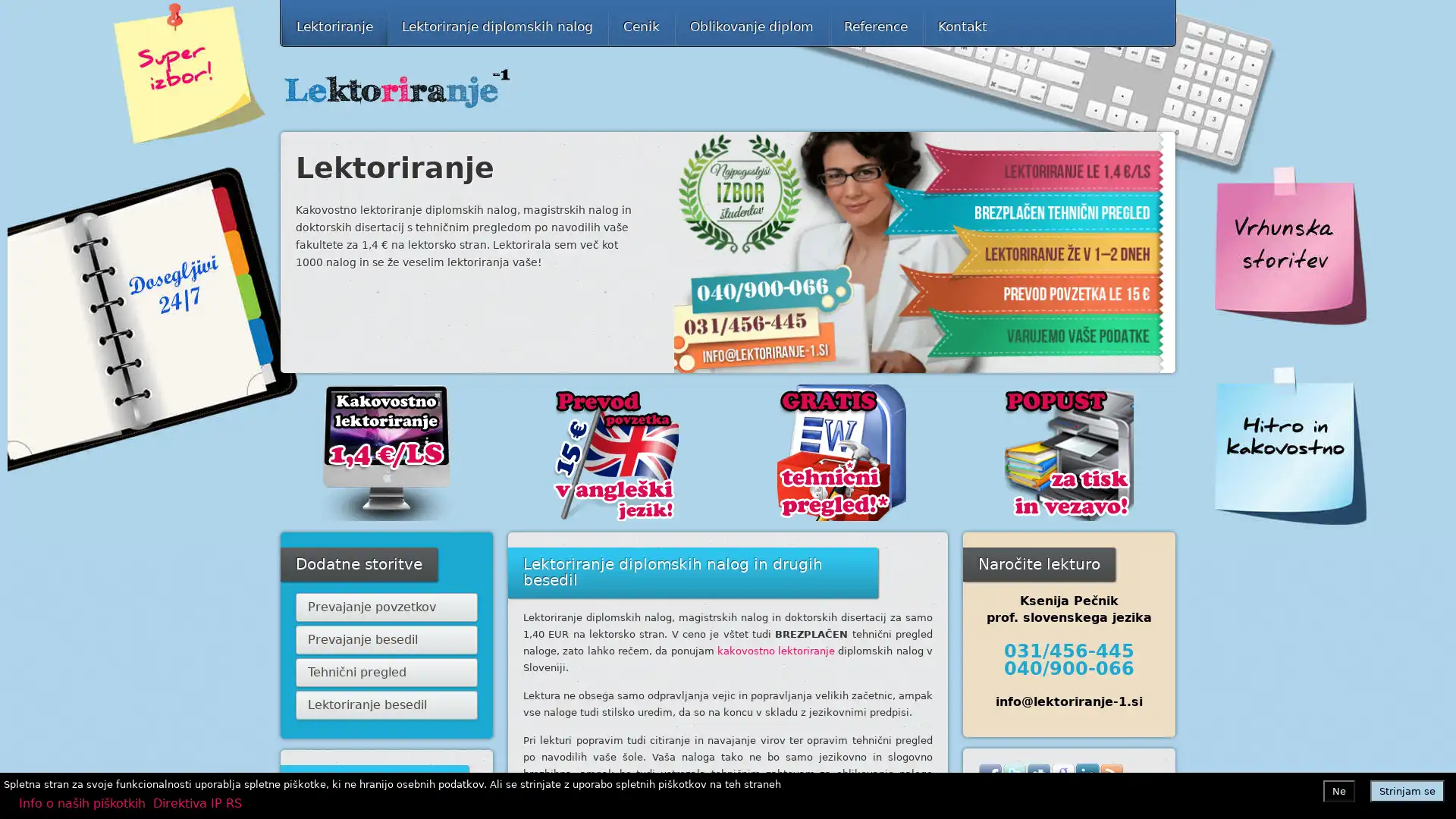 The image size is (1456, 819). I want to click on Share, so click(1106, 799).